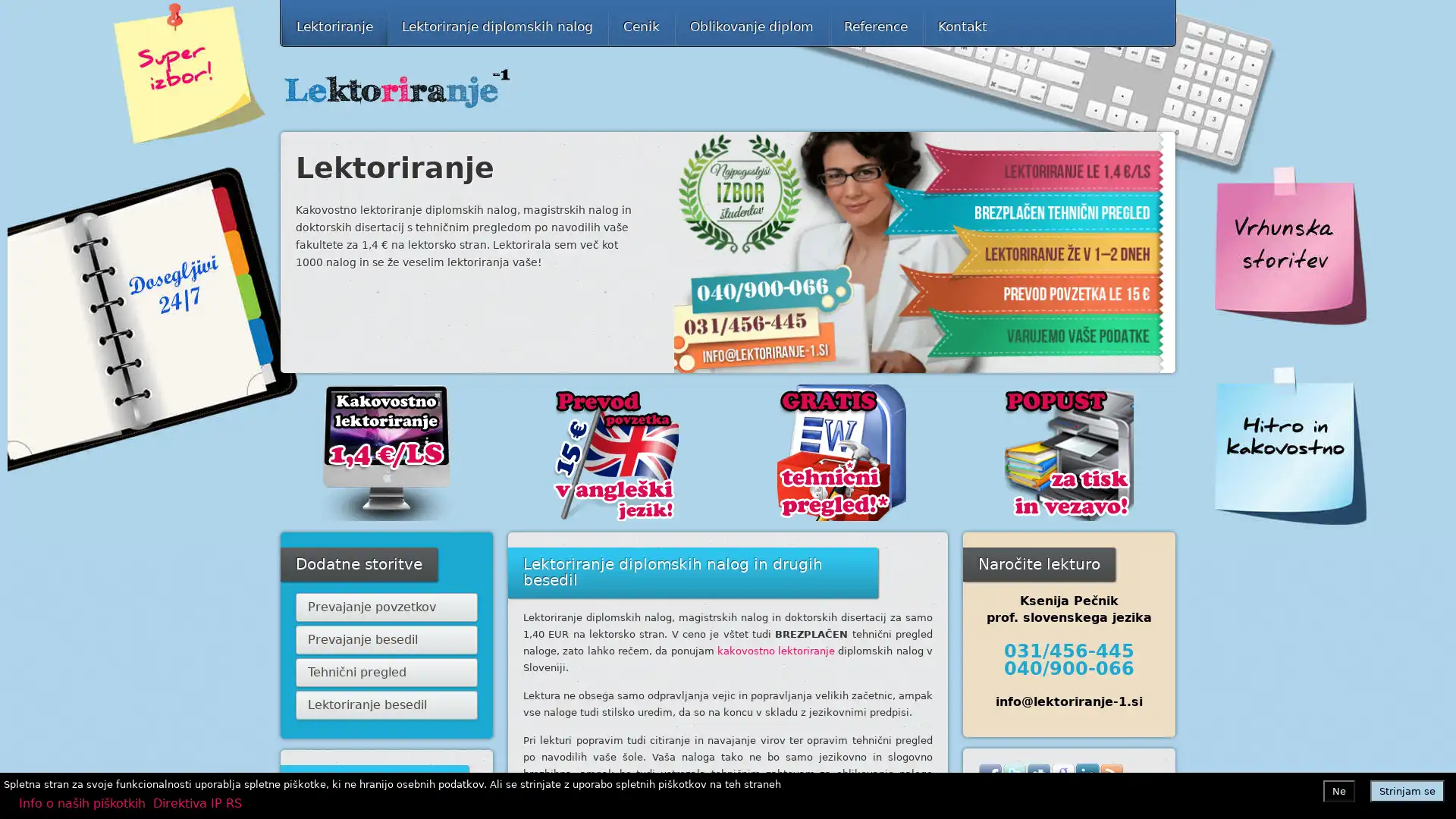 The image size is (1456, 819). I want to click on Share, so click(1106, 799).